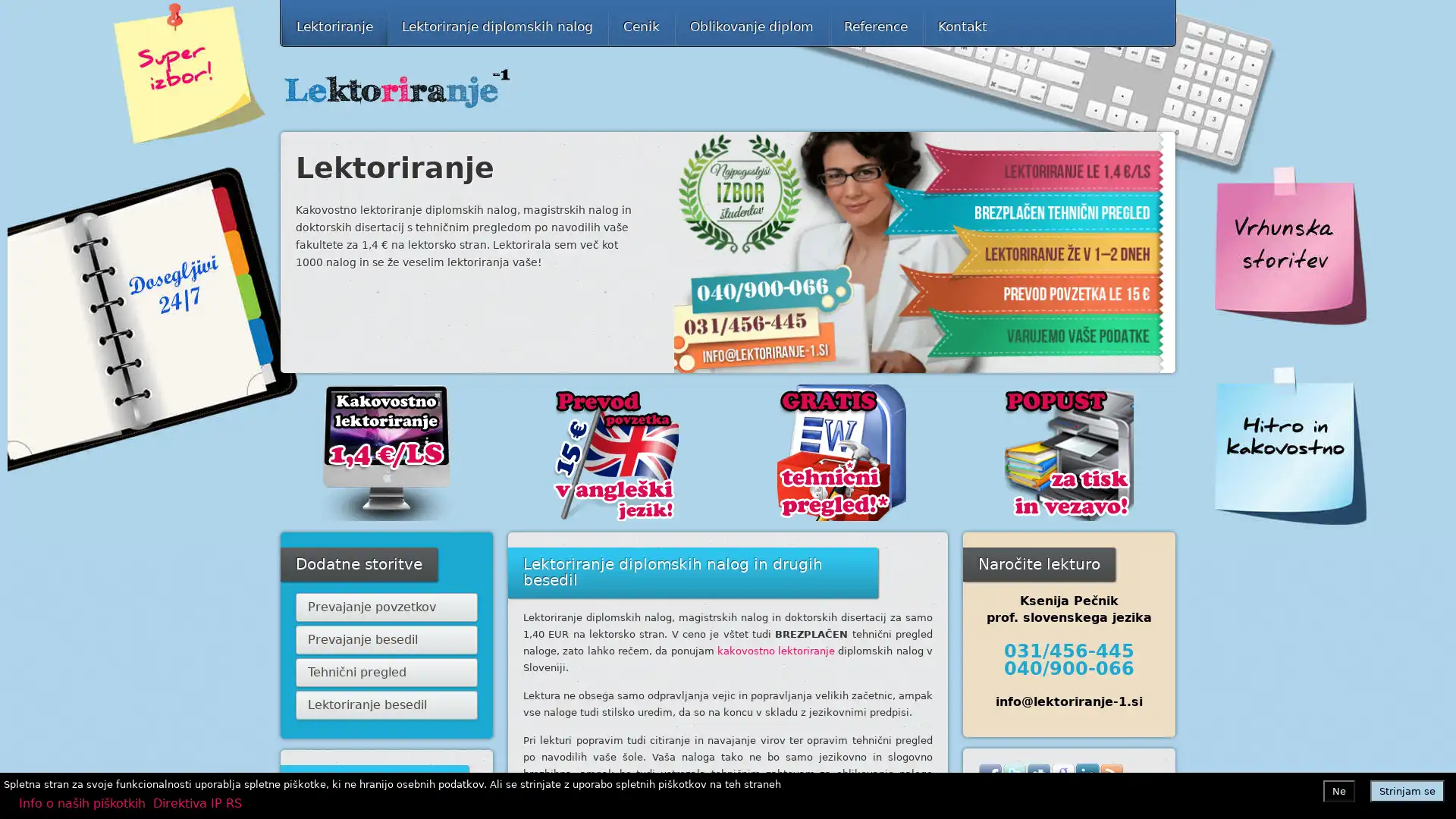 The image size is (1456, 819). I want to click on Share, so click(1106, 799).